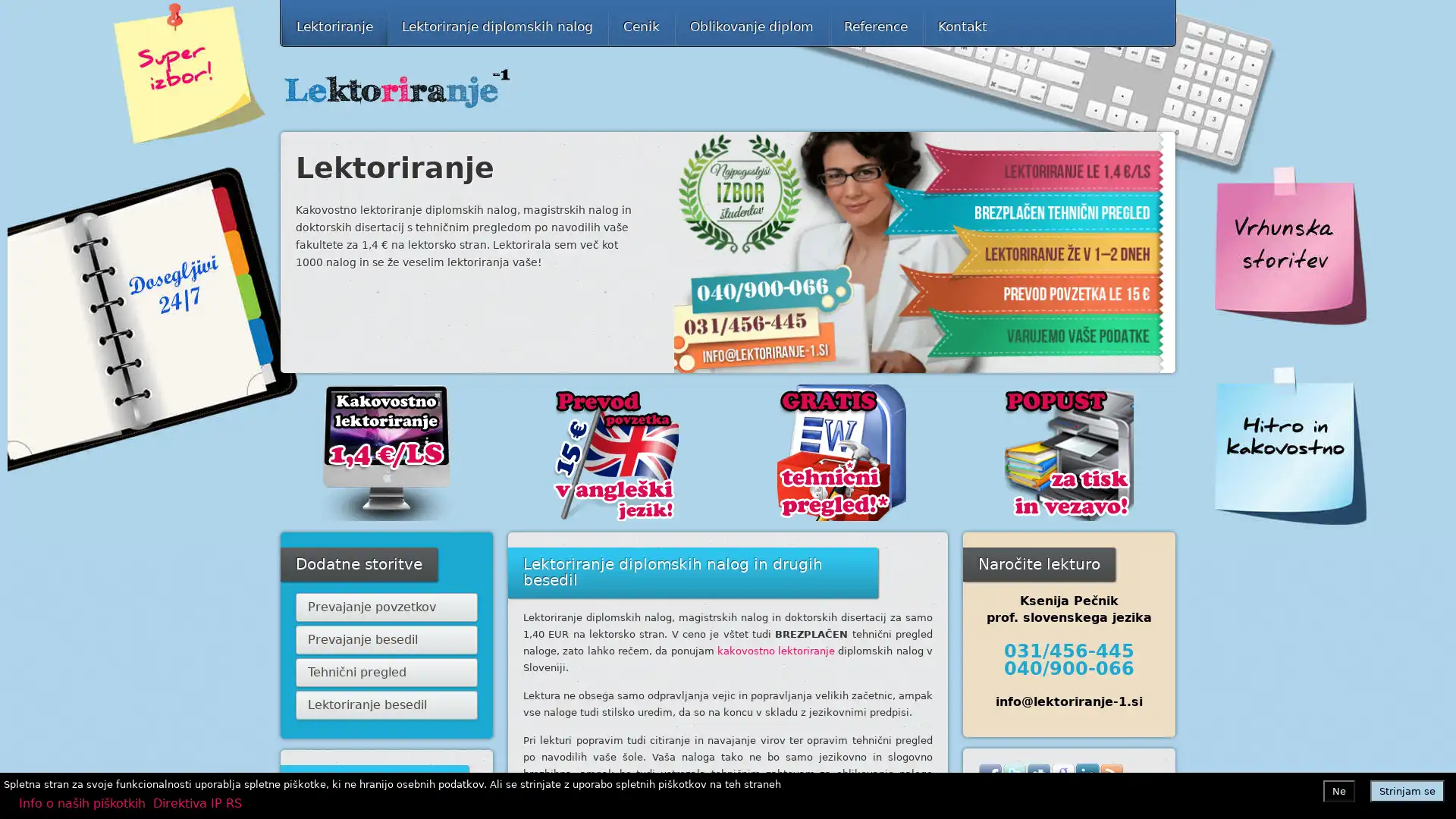 The image size is (1456, 819). I want to click on Share, so click(1106, 799).